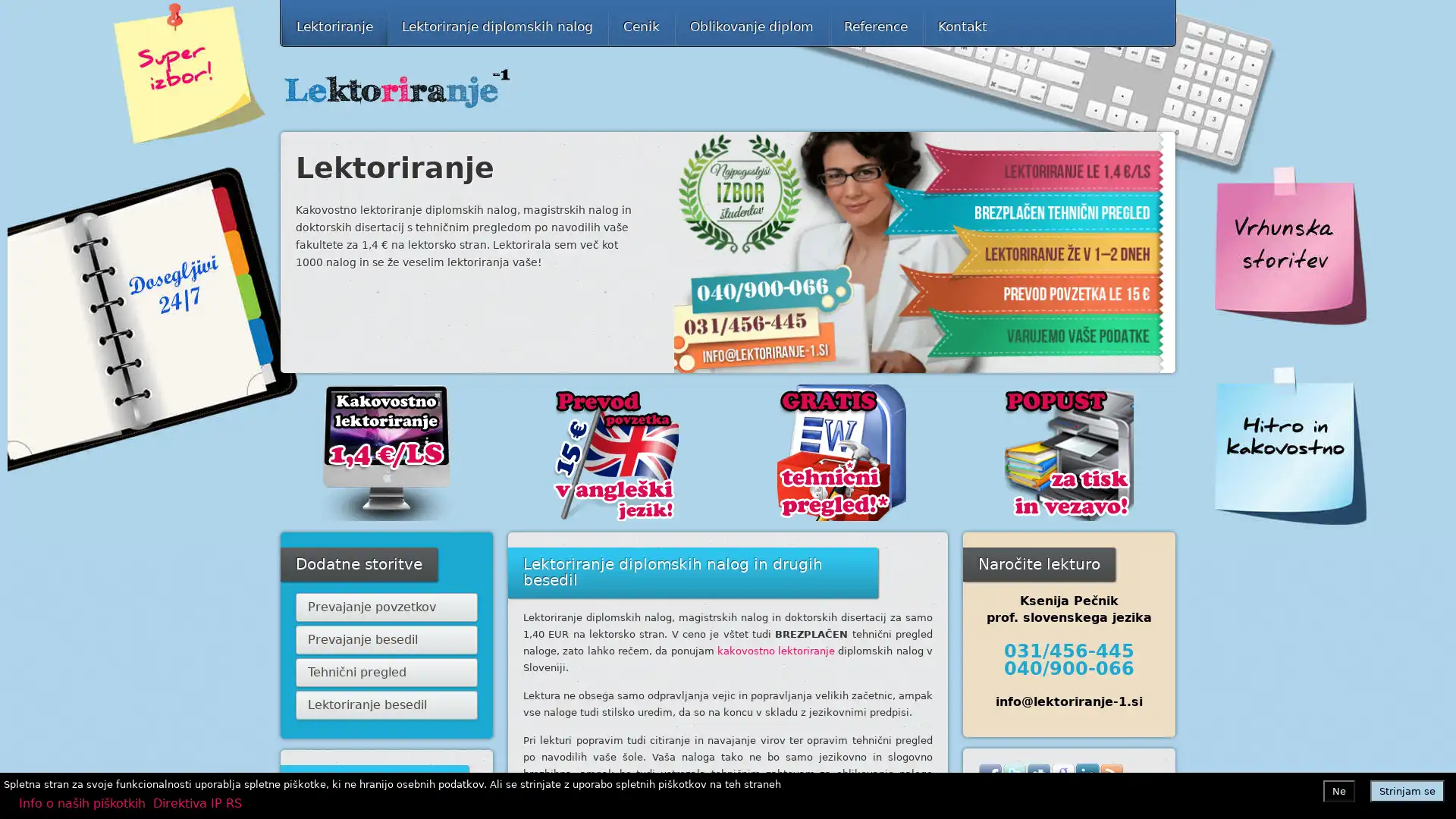 The image size is (1456, 819). I want to click on Share, so click(1106, 799).